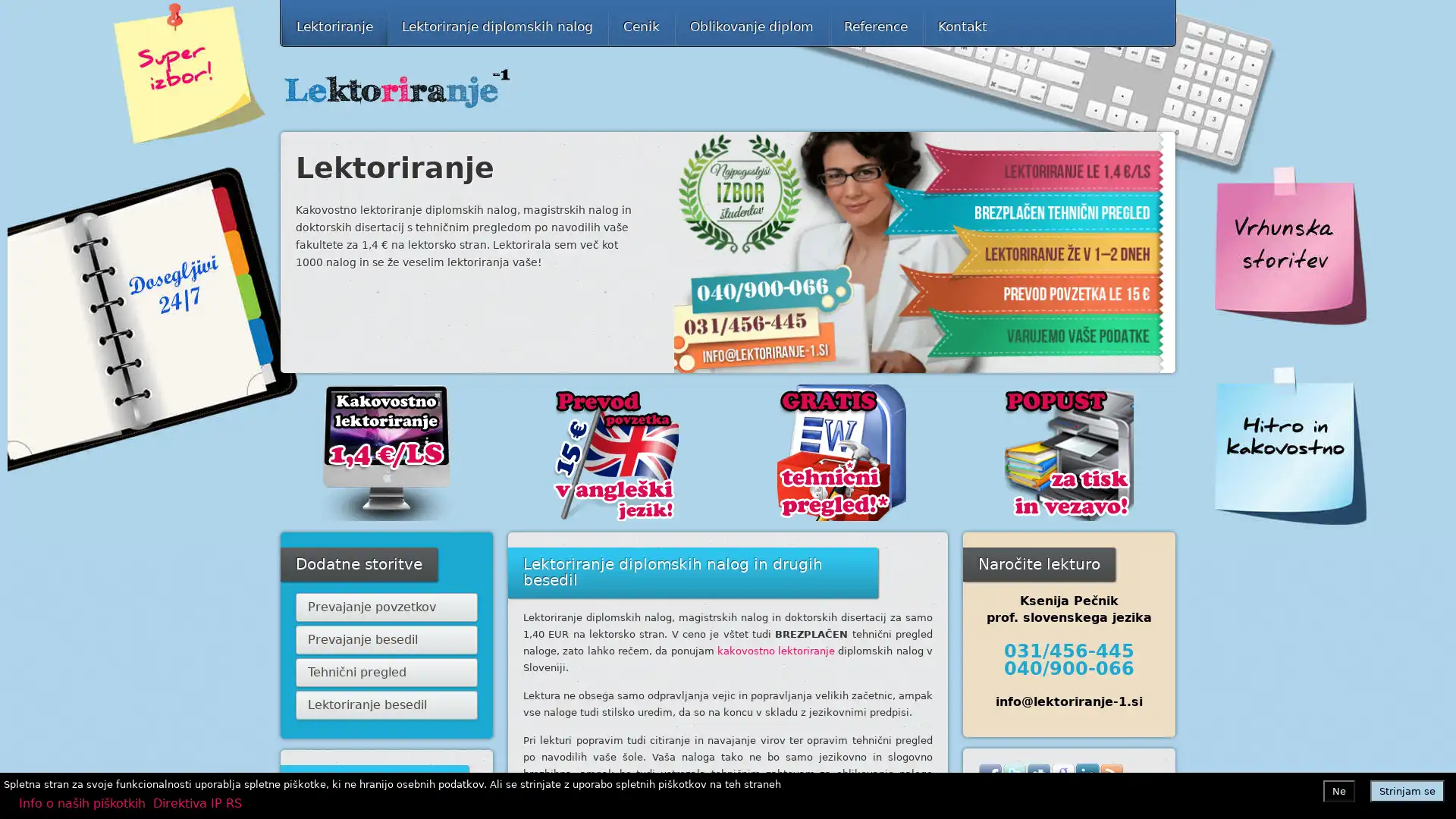 The image size is (1456, 819). I want to click on Share, so click(1106, 799).